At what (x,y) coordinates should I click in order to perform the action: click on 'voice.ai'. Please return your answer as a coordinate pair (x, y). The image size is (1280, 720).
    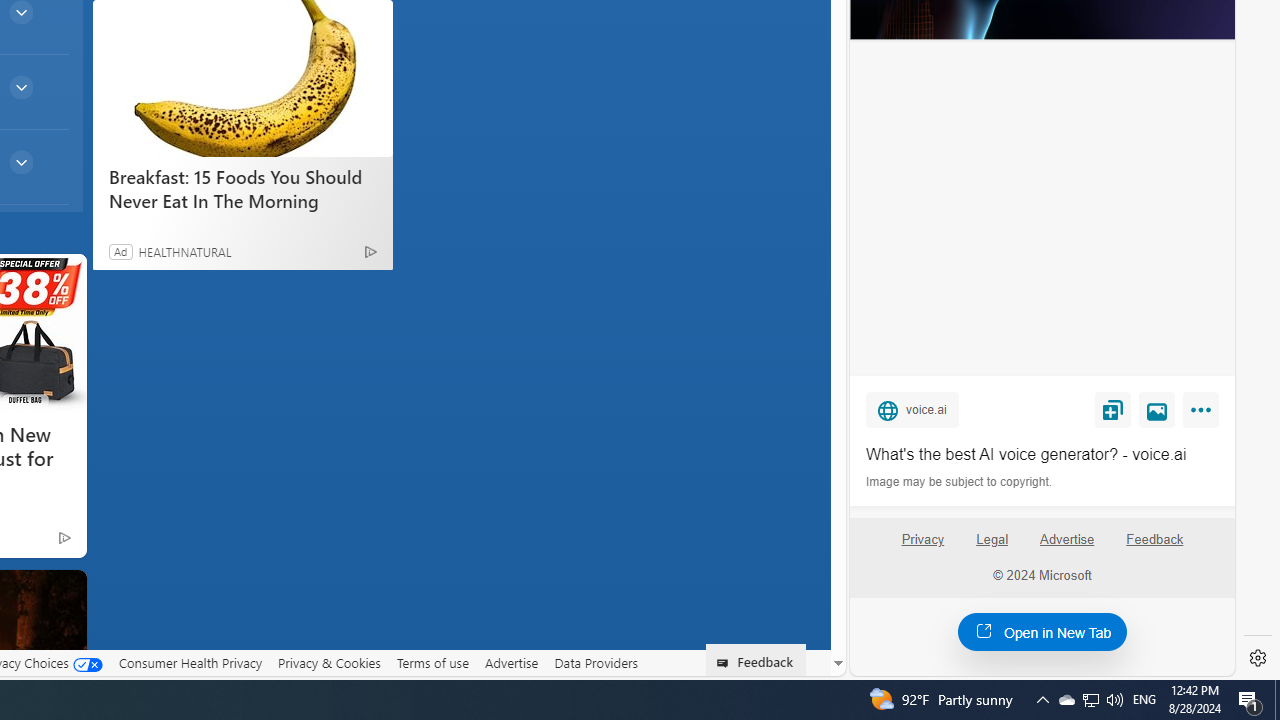
    Looking at the image, I should click on (911, 408).